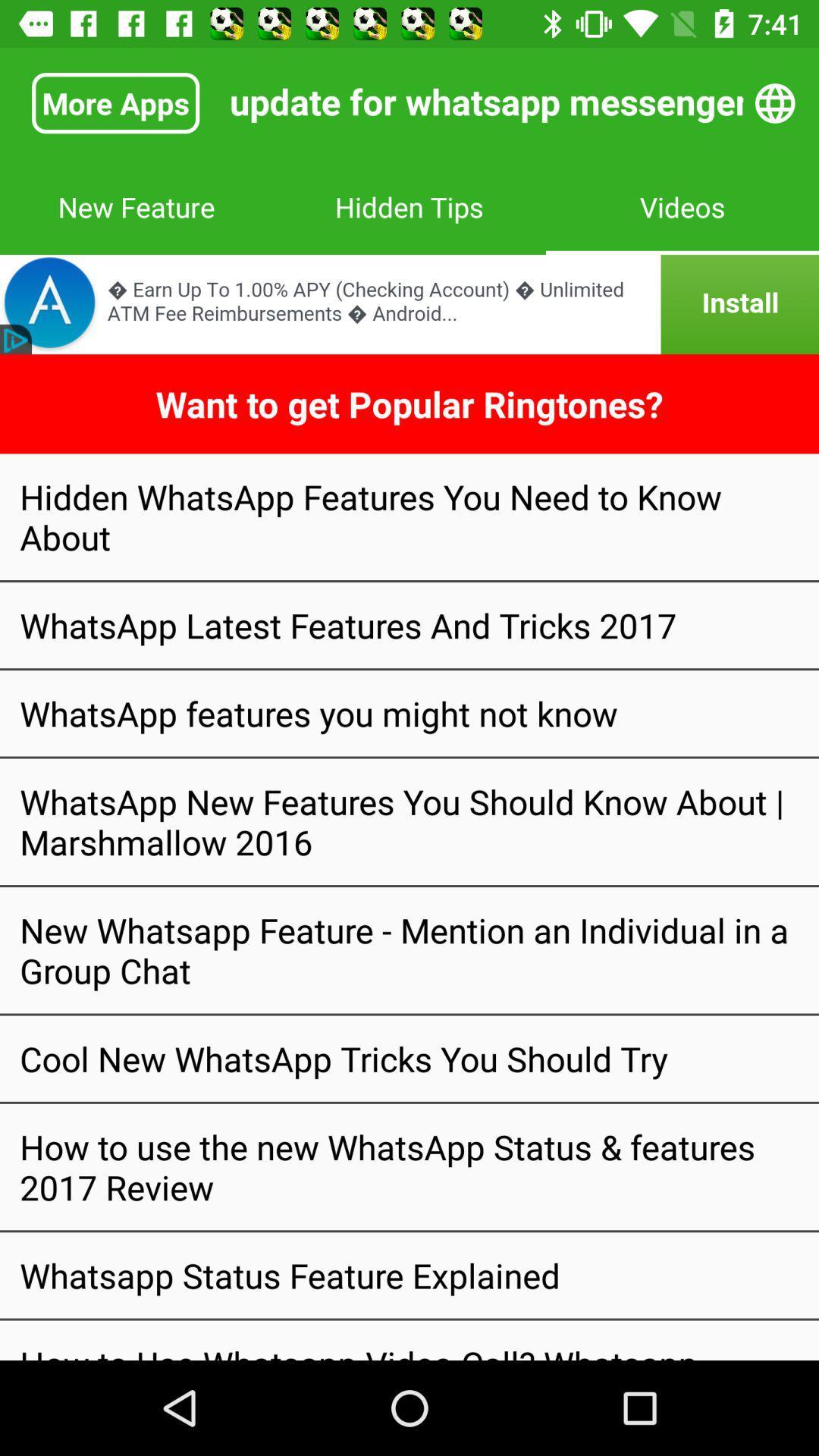  I want to click on advertisement page, so click(409, 303).